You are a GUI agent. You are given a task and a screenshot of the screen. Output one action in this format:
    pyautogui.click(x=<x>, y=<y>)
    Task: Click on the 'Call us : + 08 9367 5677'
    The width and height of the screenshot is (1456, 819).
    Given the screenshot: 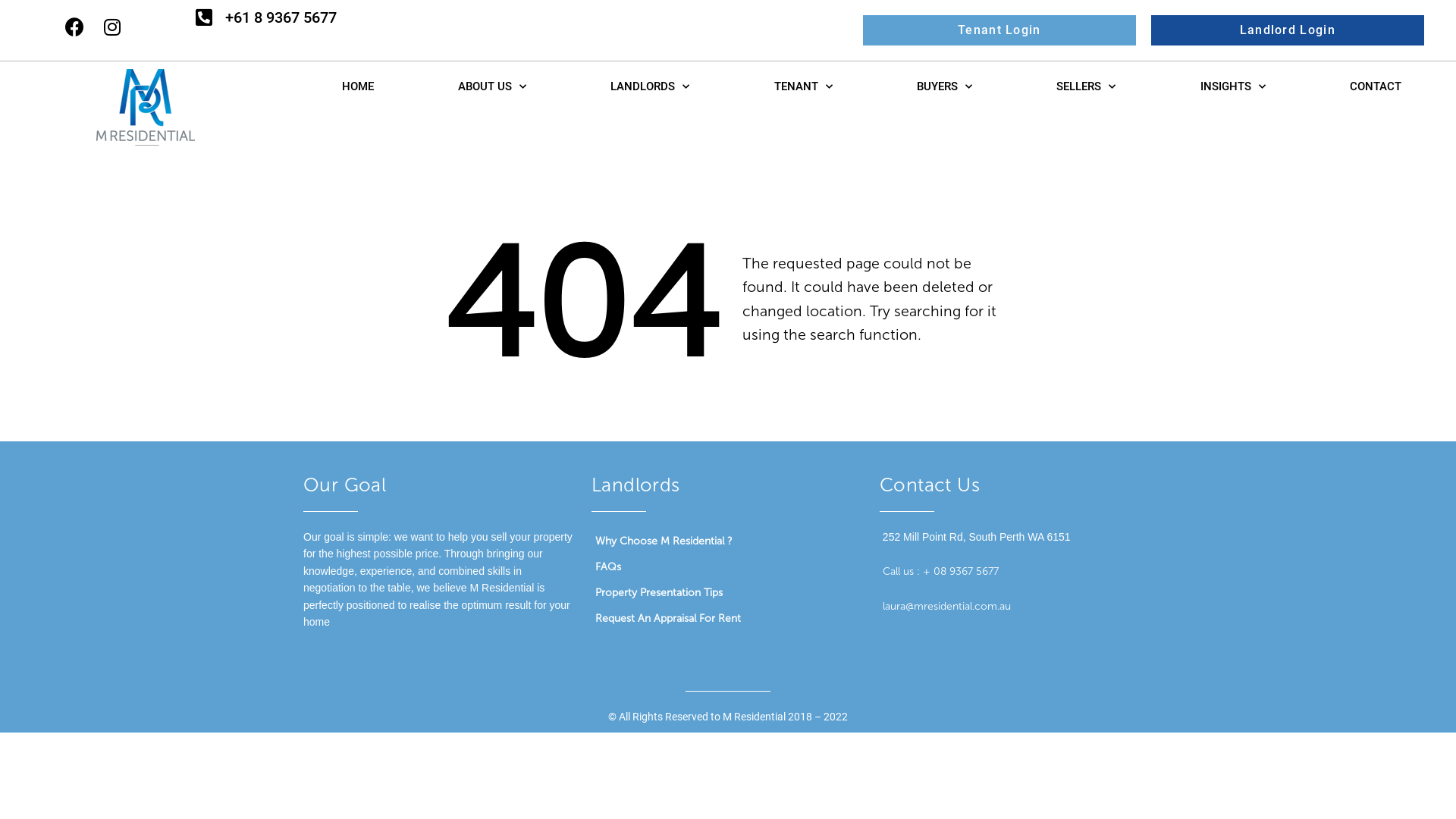 What is the action you would take?
    pyautogui.click(x=940, y=571)
    